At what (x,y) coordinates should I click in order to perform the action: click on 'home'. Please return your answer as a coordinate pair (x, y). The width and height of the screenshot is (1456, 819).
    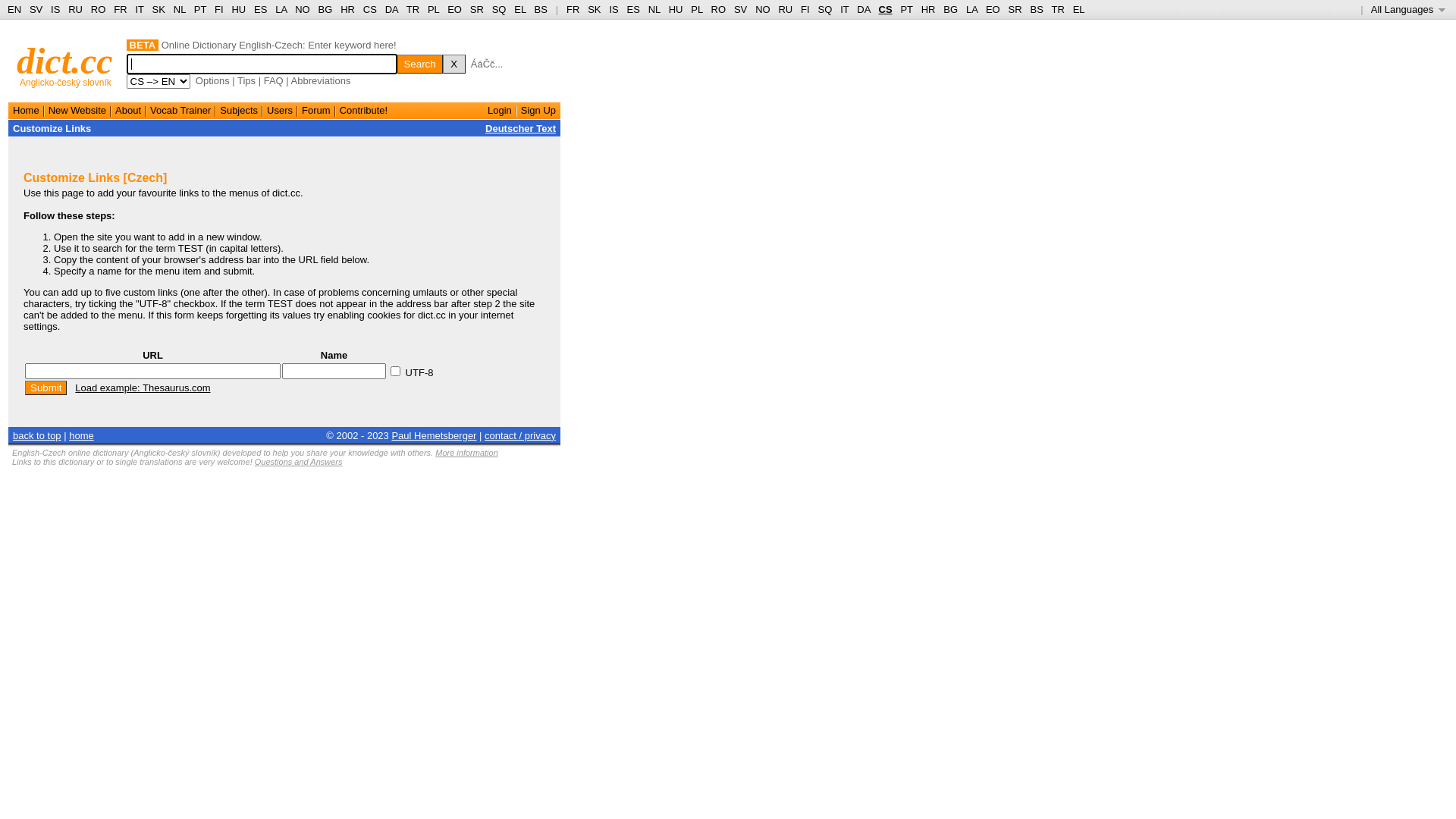
    Looking at the image, I should click on (80, 435).